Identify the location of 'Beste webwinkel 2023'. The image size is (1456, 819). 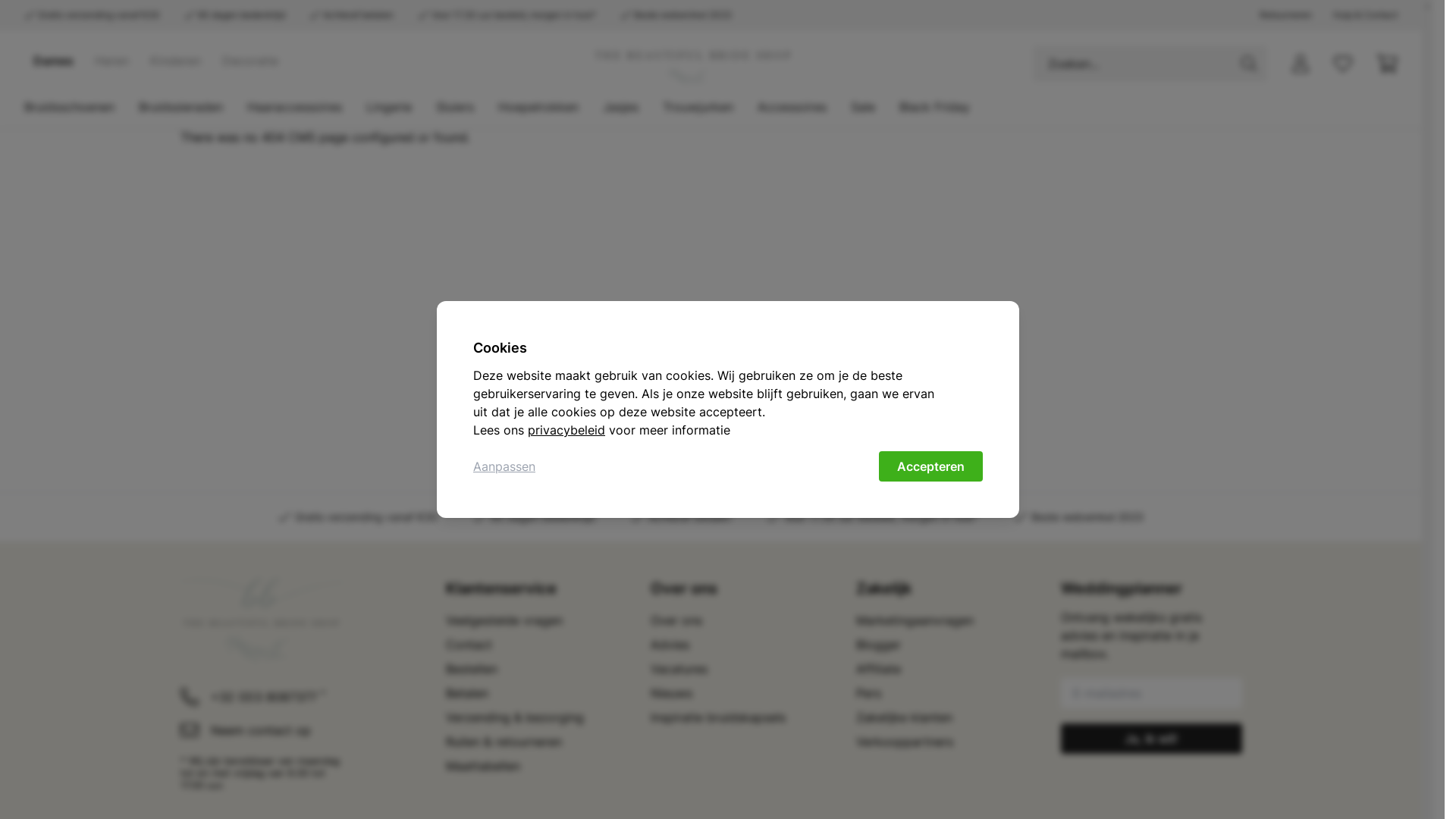
(620, 14).